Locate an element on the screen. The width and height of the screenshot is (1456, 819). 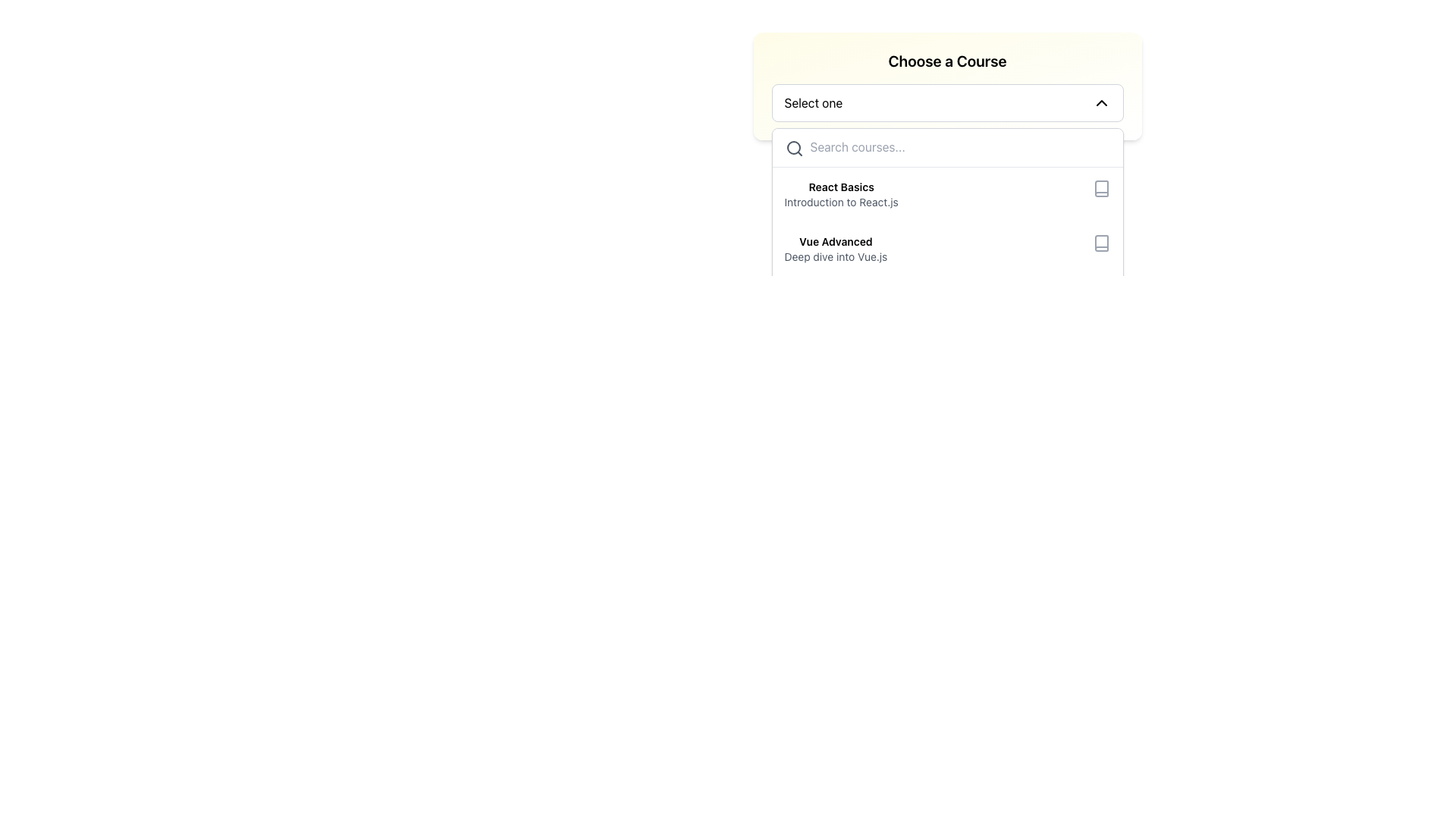
the search input field located at the top of the dropdown menu, directly below the 'Choose a Course' dropdown selector, to focus on it is located at coordinates (946, 148).